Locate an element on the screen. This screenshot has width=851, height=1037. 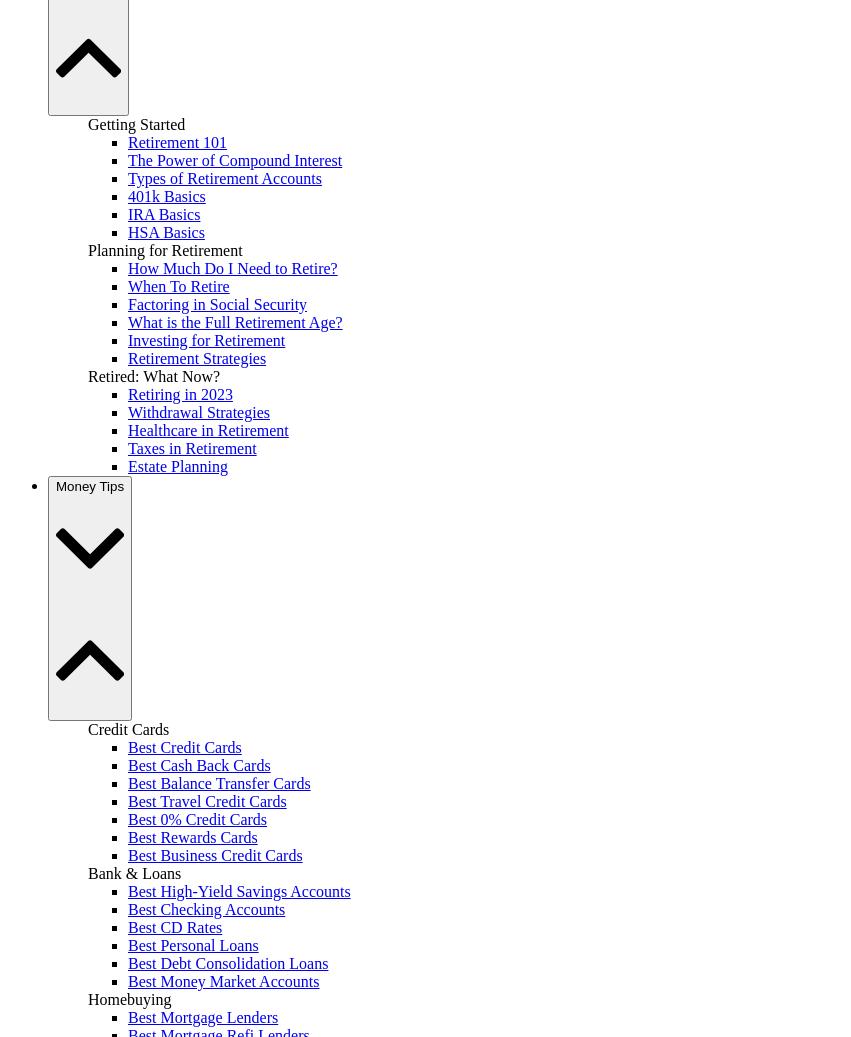
'Healthcare in Retirement' is located at coordinates (127, 428).